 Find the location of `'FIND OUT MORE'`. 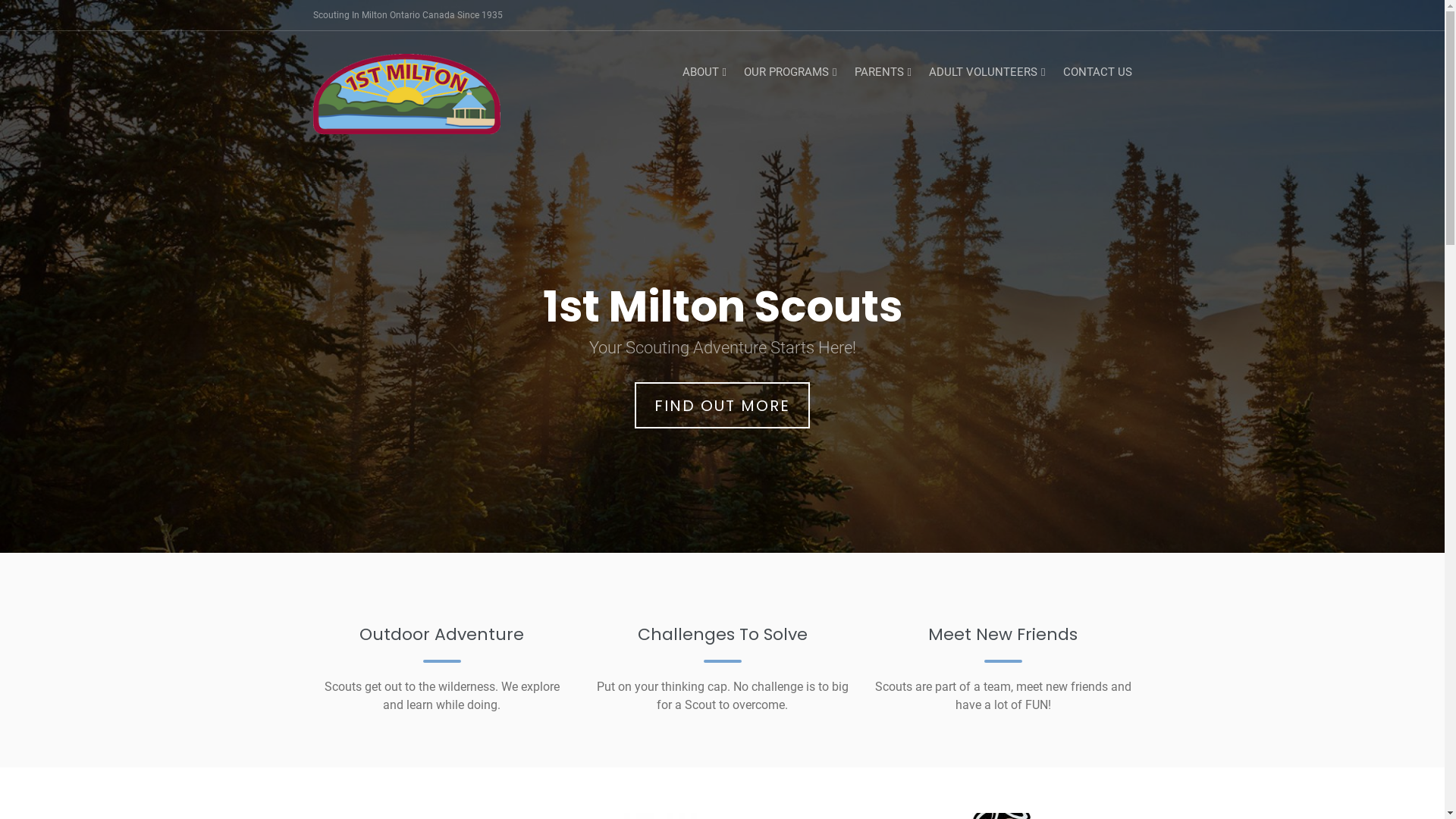

'FIND OUT MORE' is located at coordinates (634, 404).